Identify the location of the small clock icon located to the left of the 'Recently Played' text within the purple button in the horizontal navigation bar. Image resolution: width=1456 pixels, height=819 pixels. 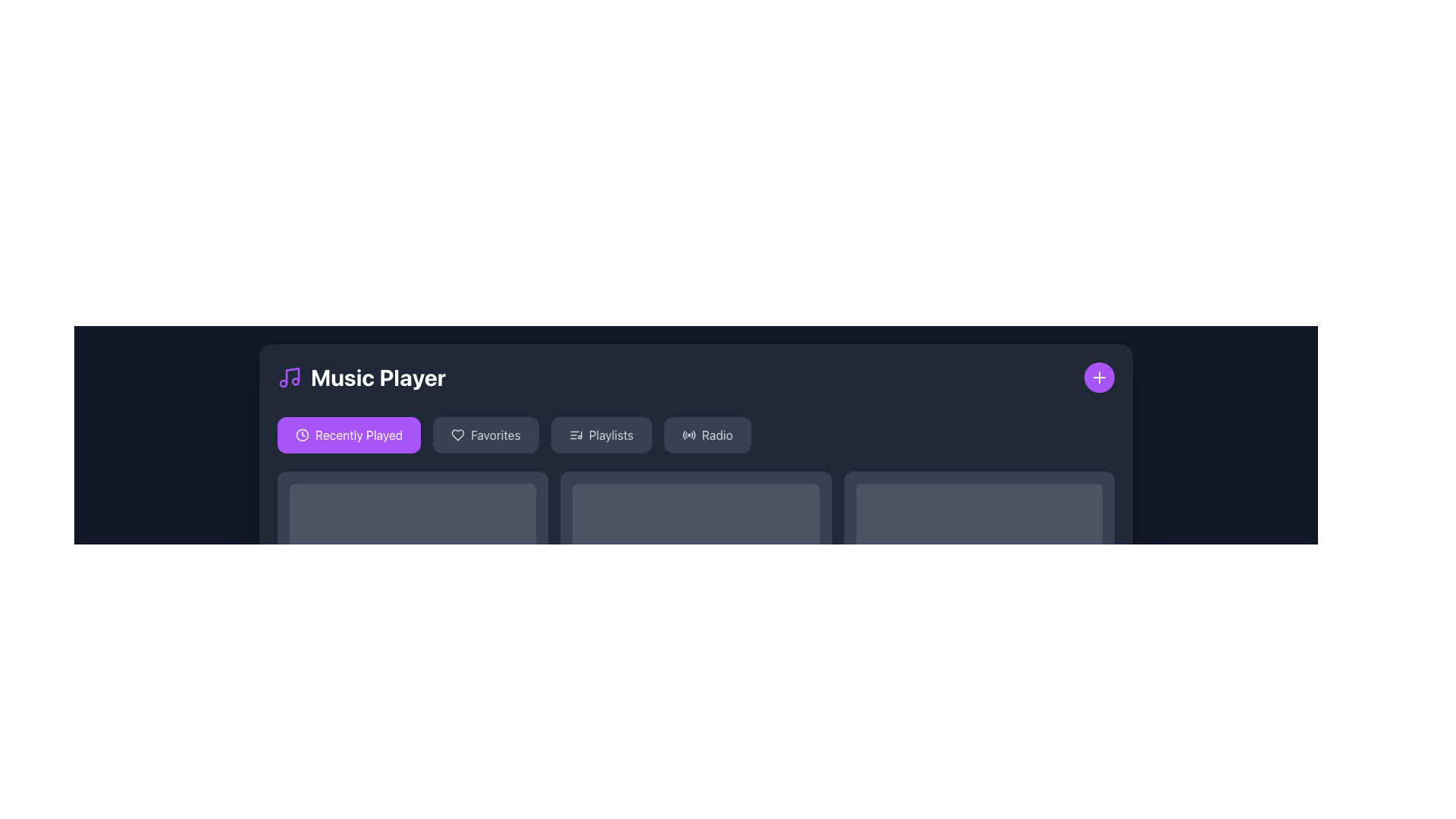
(302, 435).